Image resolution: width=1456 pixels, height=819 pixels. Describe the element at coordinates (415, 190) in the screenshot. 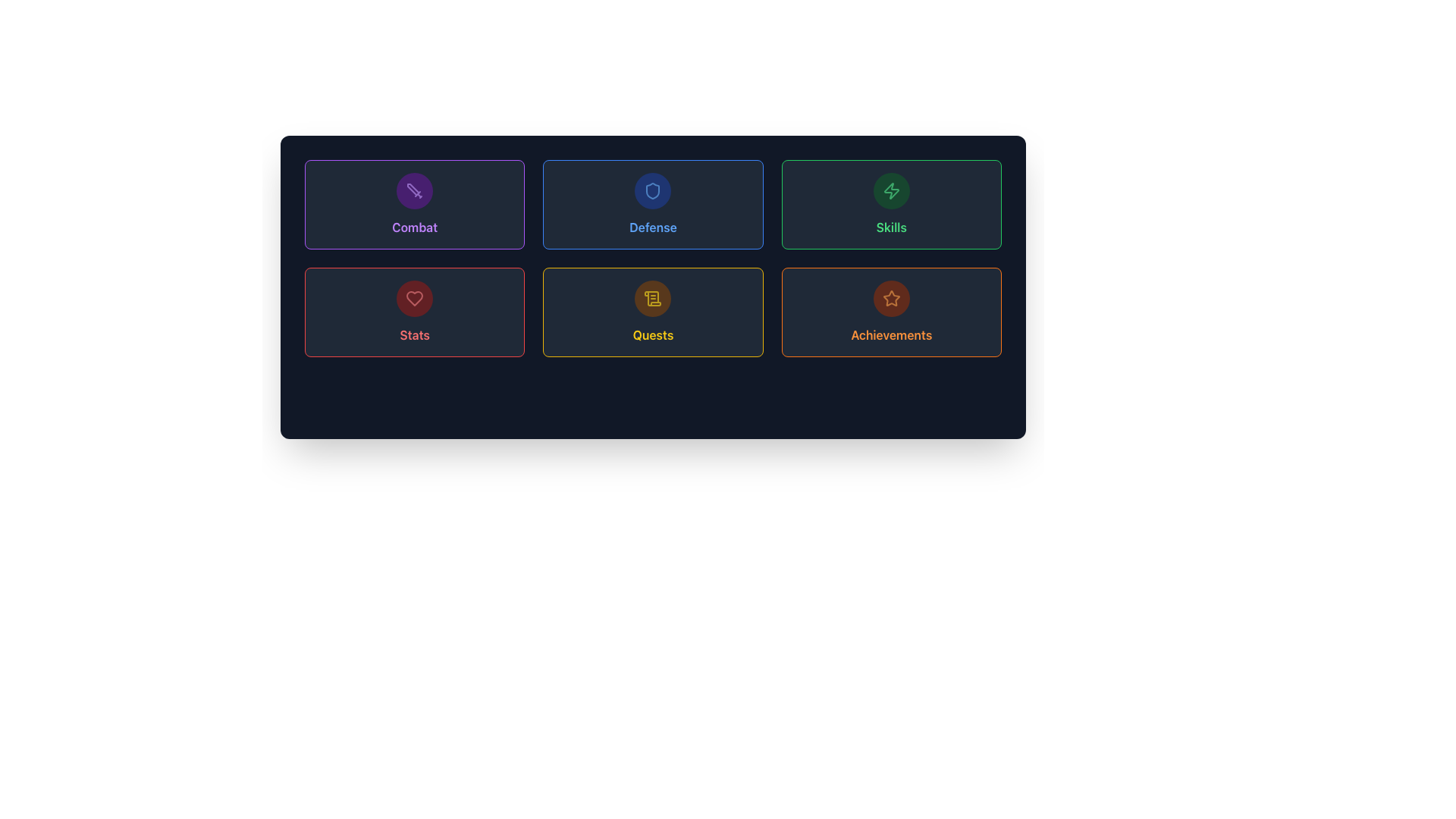

I see `the 'Combat' icon which visually represents the combat functionality within the interface` at that location.